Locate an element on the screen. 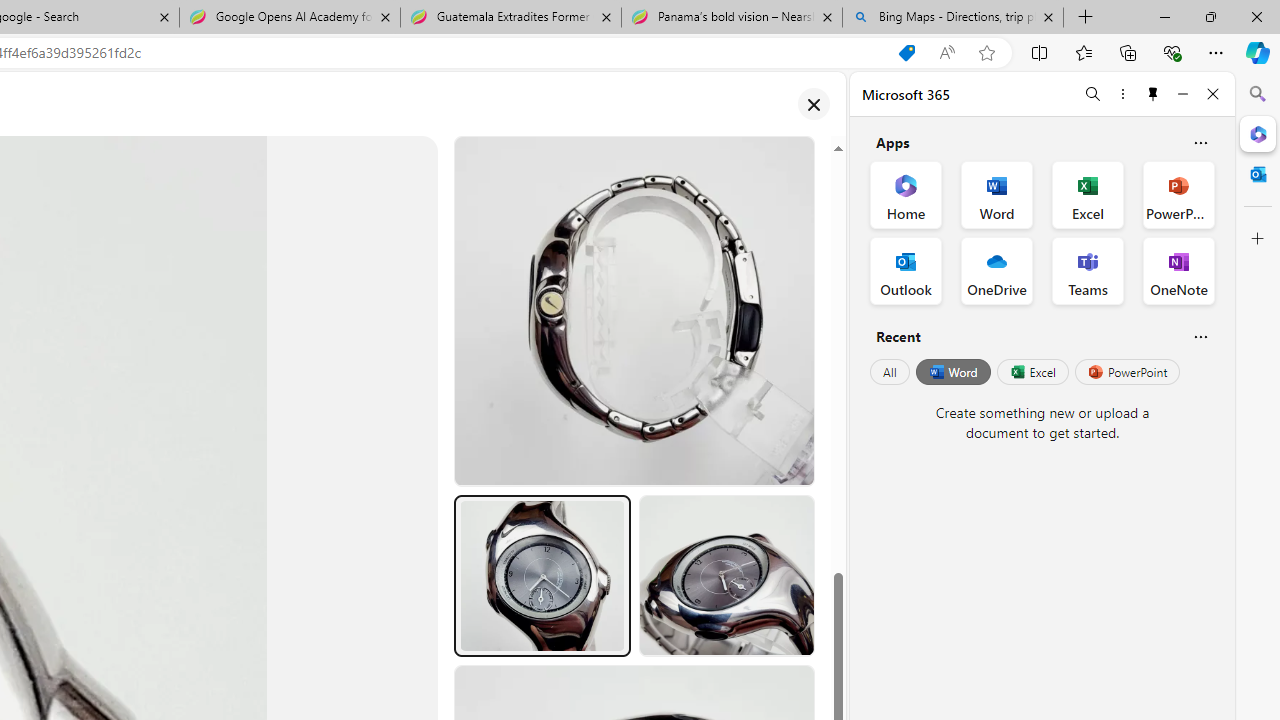  'Excel Office App' is located at coordinates (1087, 195).